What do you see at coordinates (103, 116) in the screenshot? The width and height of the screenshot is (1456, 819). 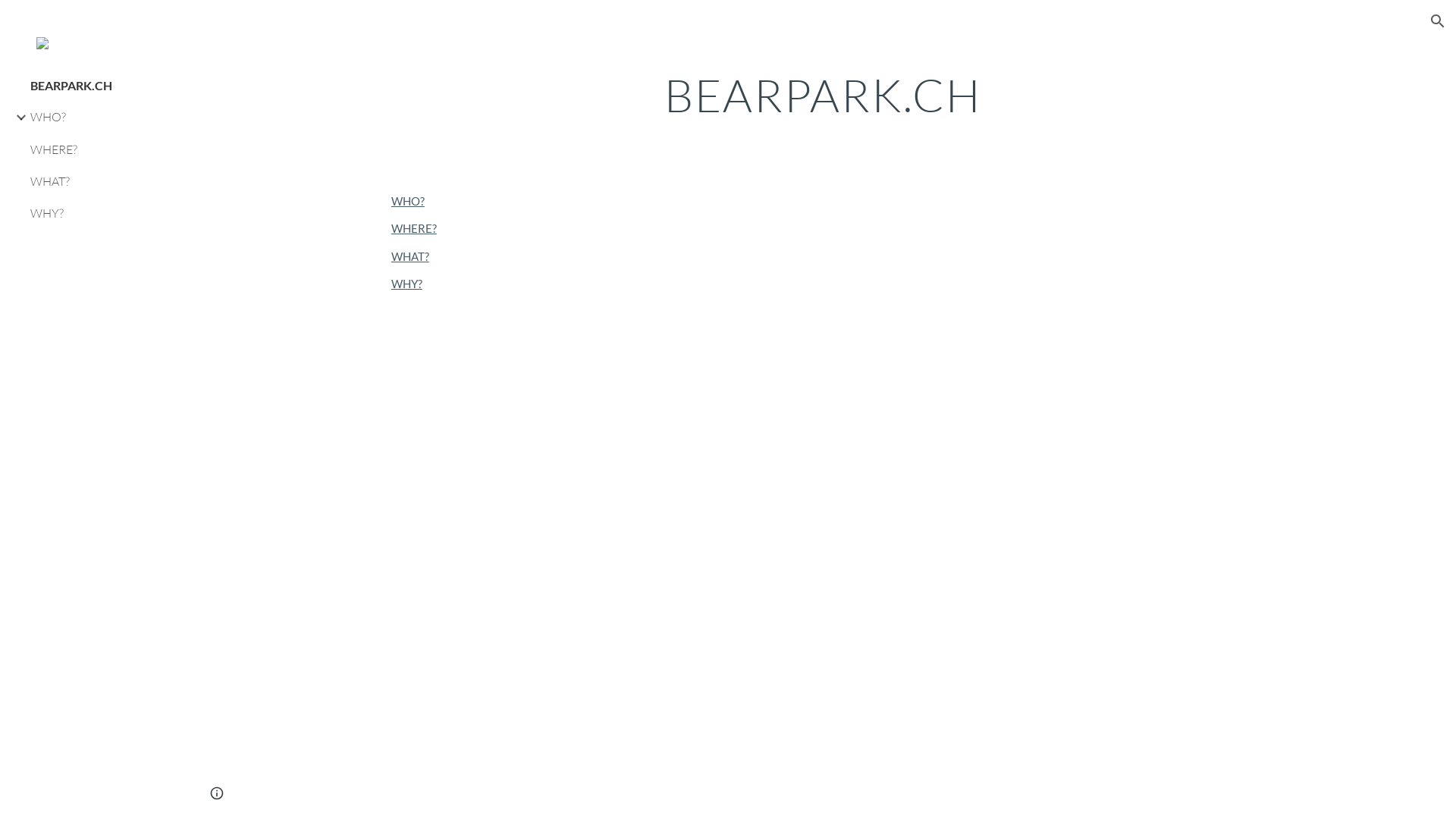 I see `'WHO?'` at bounding box center [103, 116].